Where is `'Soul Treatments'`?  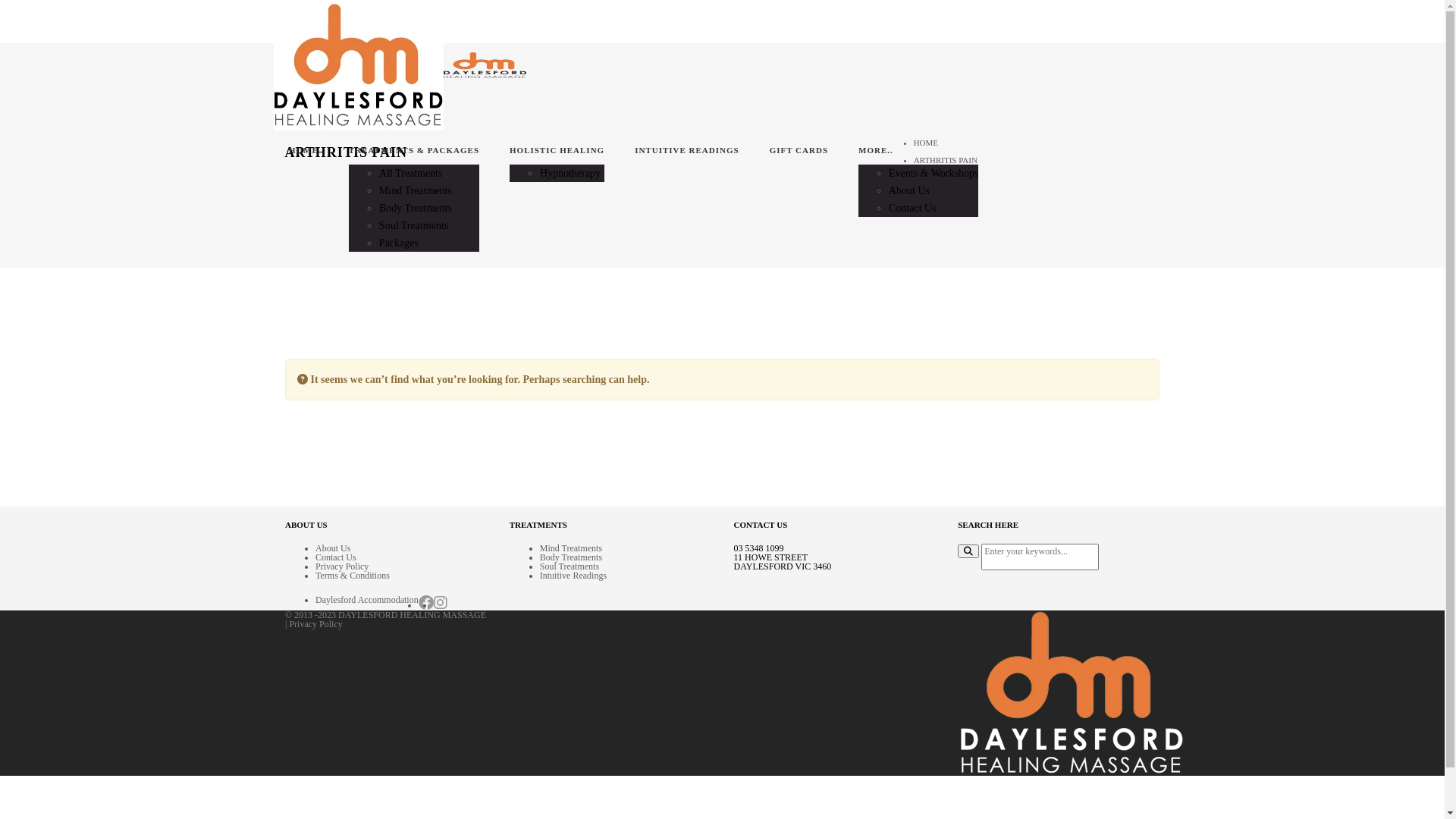 'Soul Treatments' is located at coordinates (413, 225).